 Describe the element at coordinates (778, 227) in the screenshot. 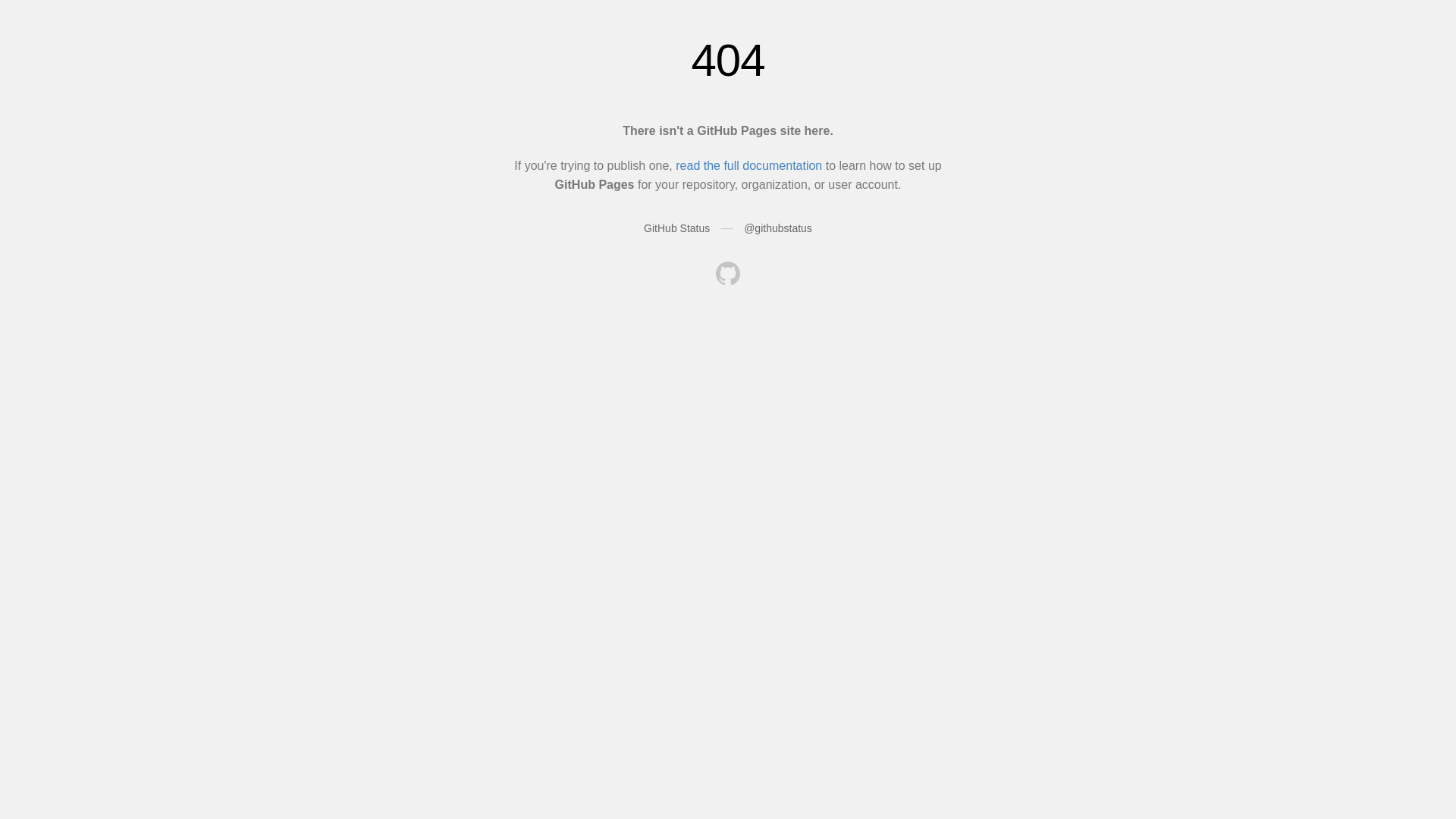

I see `'@githubstatus'` at that location.